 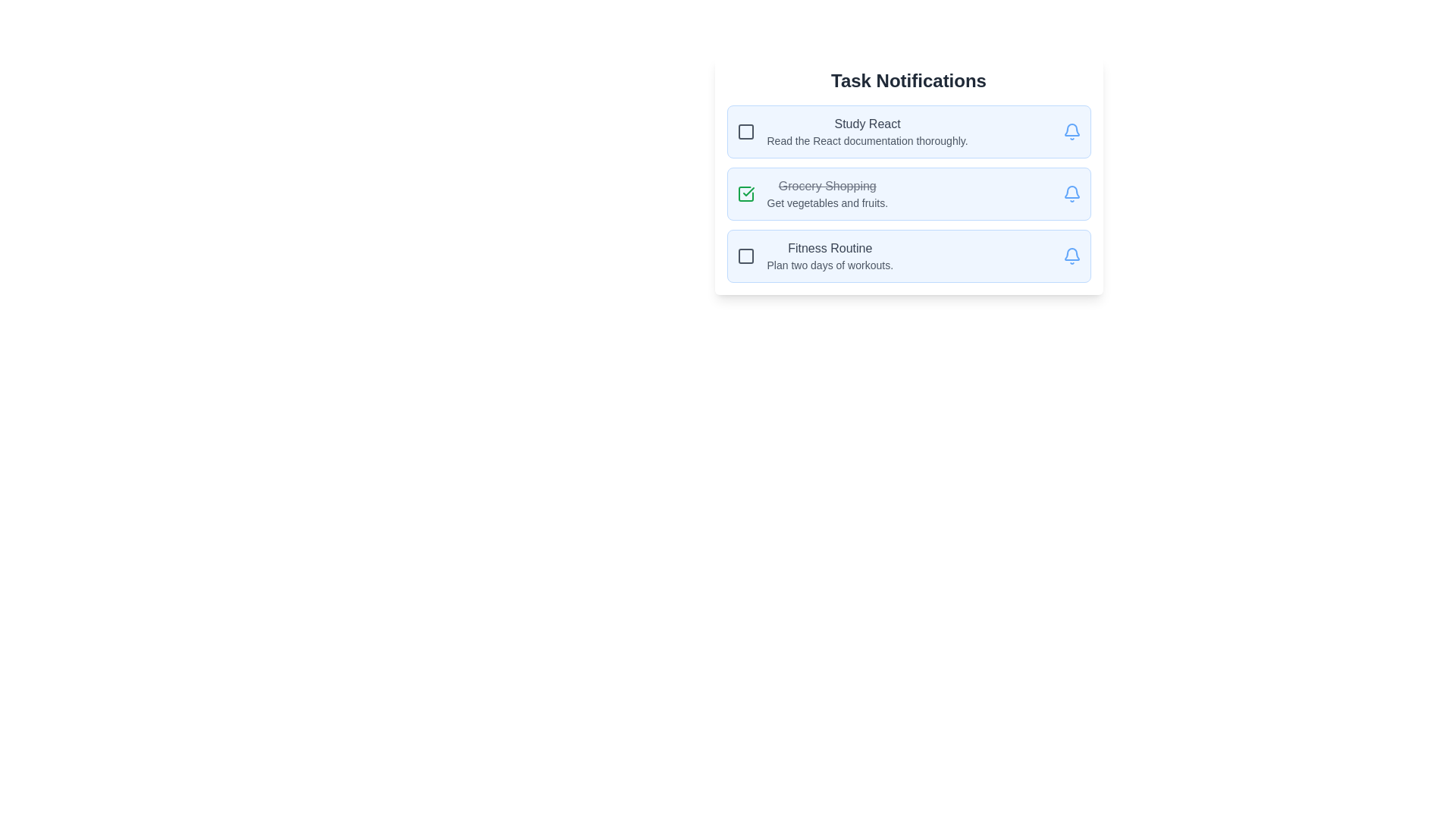 I want to click on the second task item in the task list under 'Task Notifications', so click(x=908, y=193).